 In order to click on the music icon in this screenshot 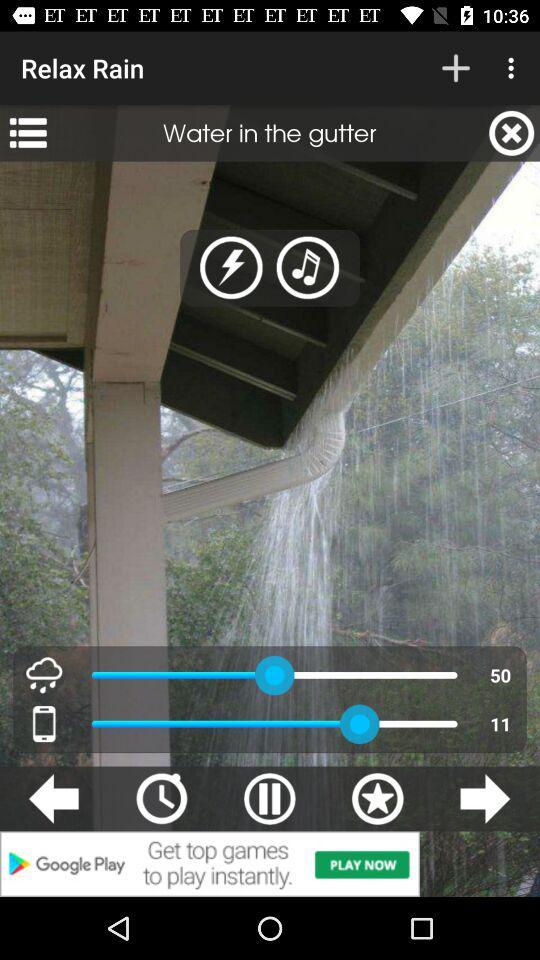, I will do `click(308, 267)`.